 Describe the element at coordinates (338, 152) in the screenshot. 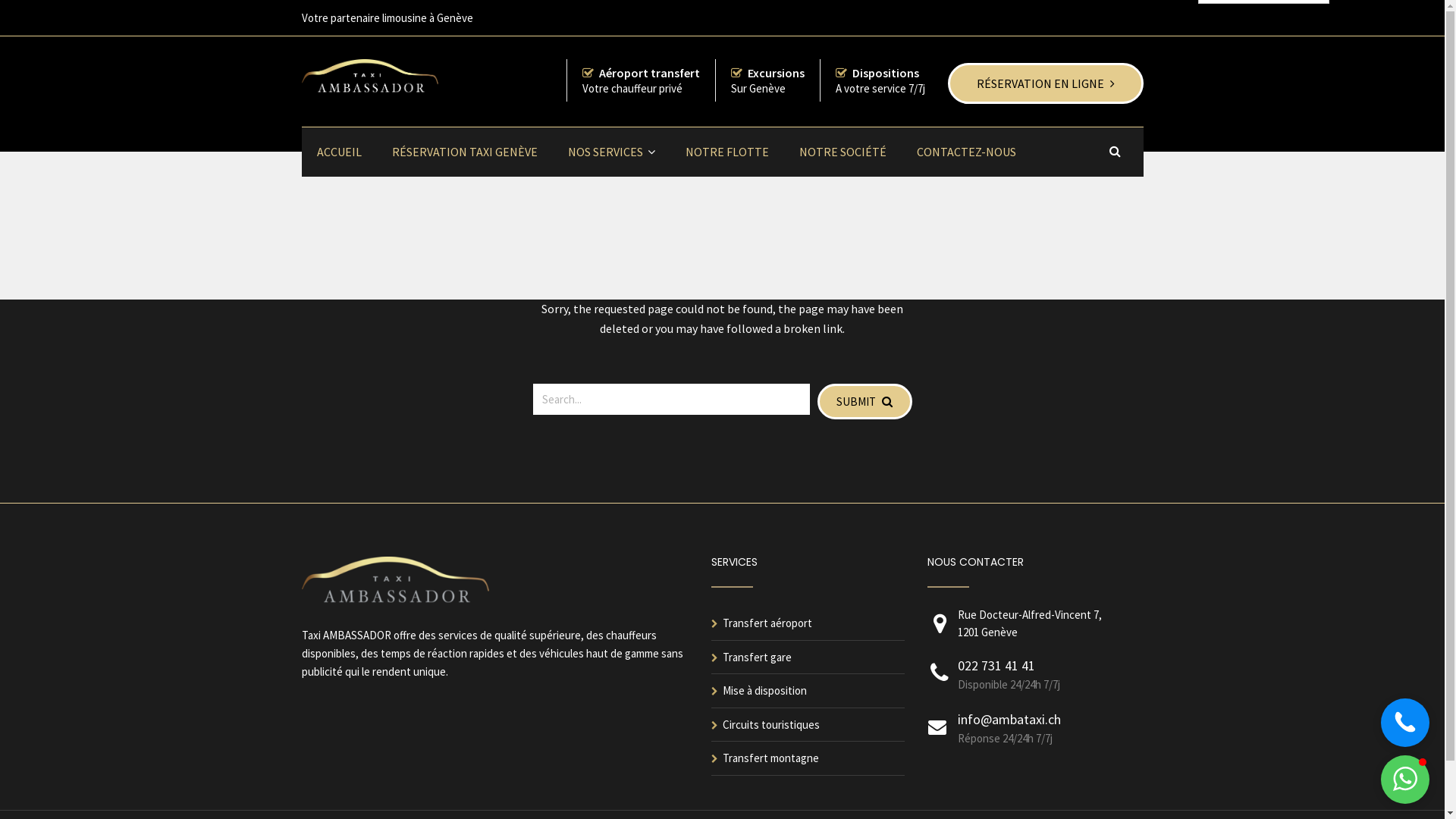

I see `'ACCUEIL'` at that location.